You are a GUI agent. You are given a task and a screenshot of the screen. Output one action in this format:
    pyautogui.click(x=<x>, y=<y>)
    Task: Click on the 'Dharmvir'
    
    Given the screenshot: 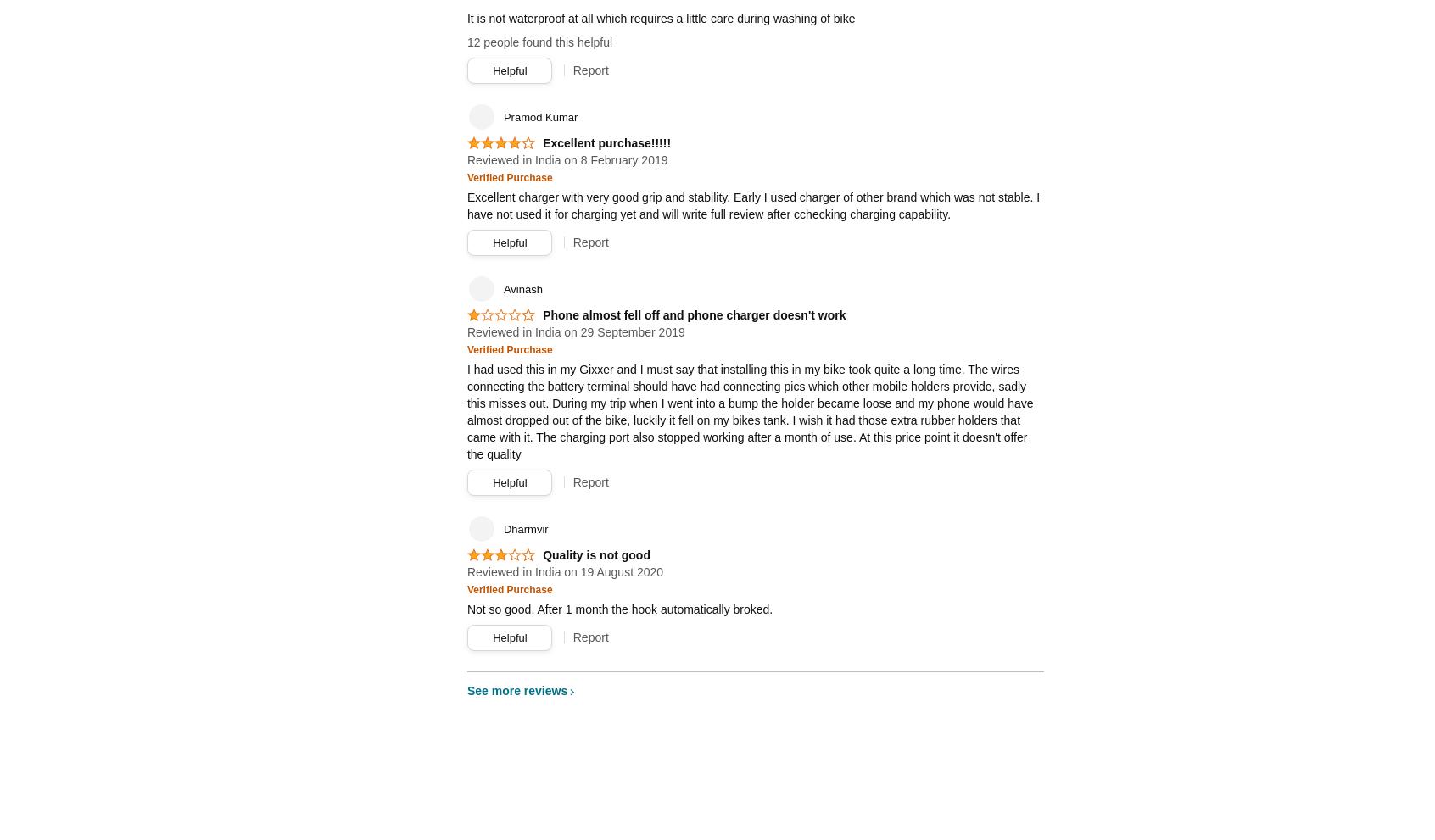 What is the action you would take?
    pyautogui.click(x=524, y=529)
    